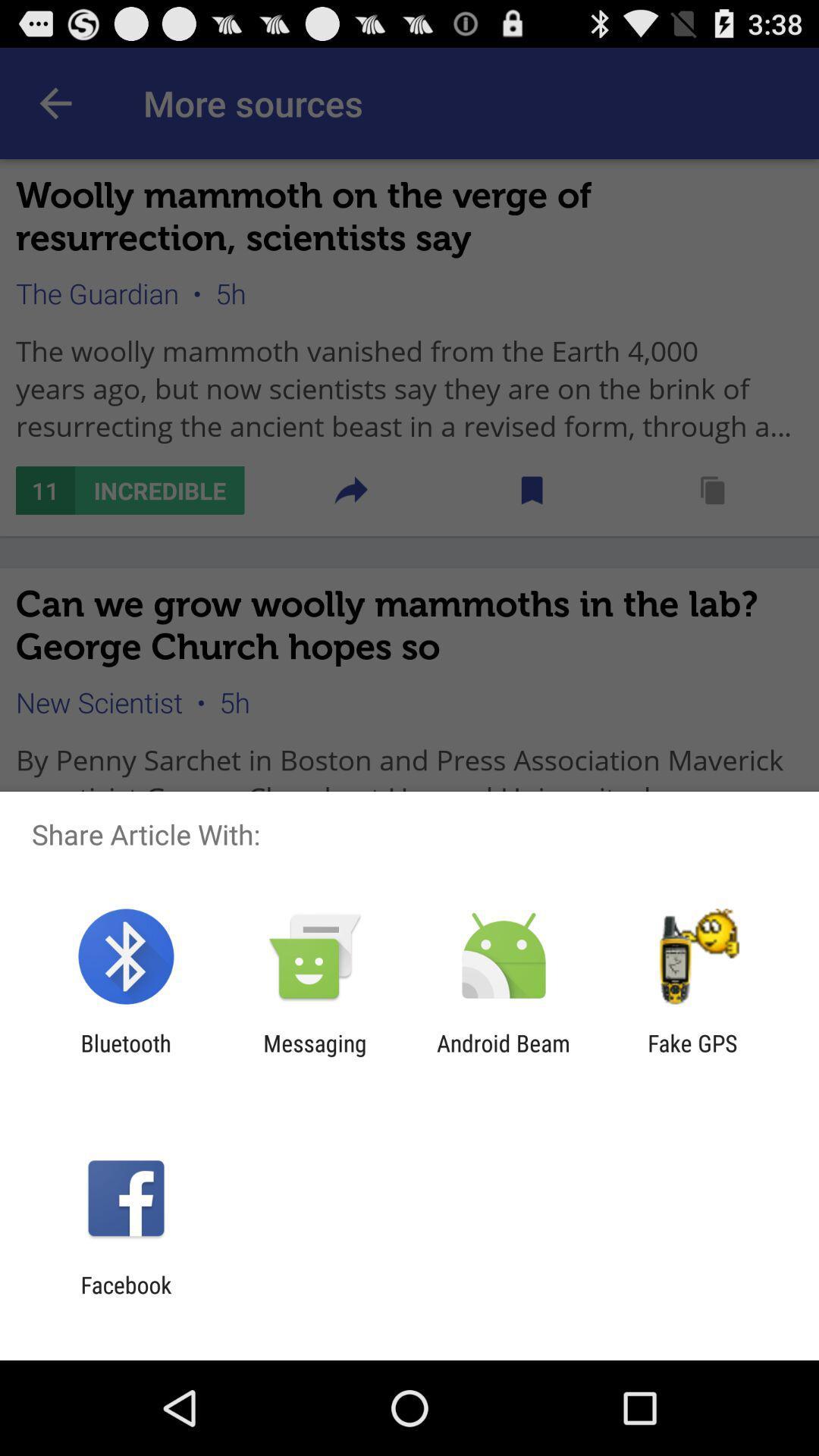 The height and width of the screenshot is (1456, 819). I want to click on the app next to android beam, so click(314, 1056).